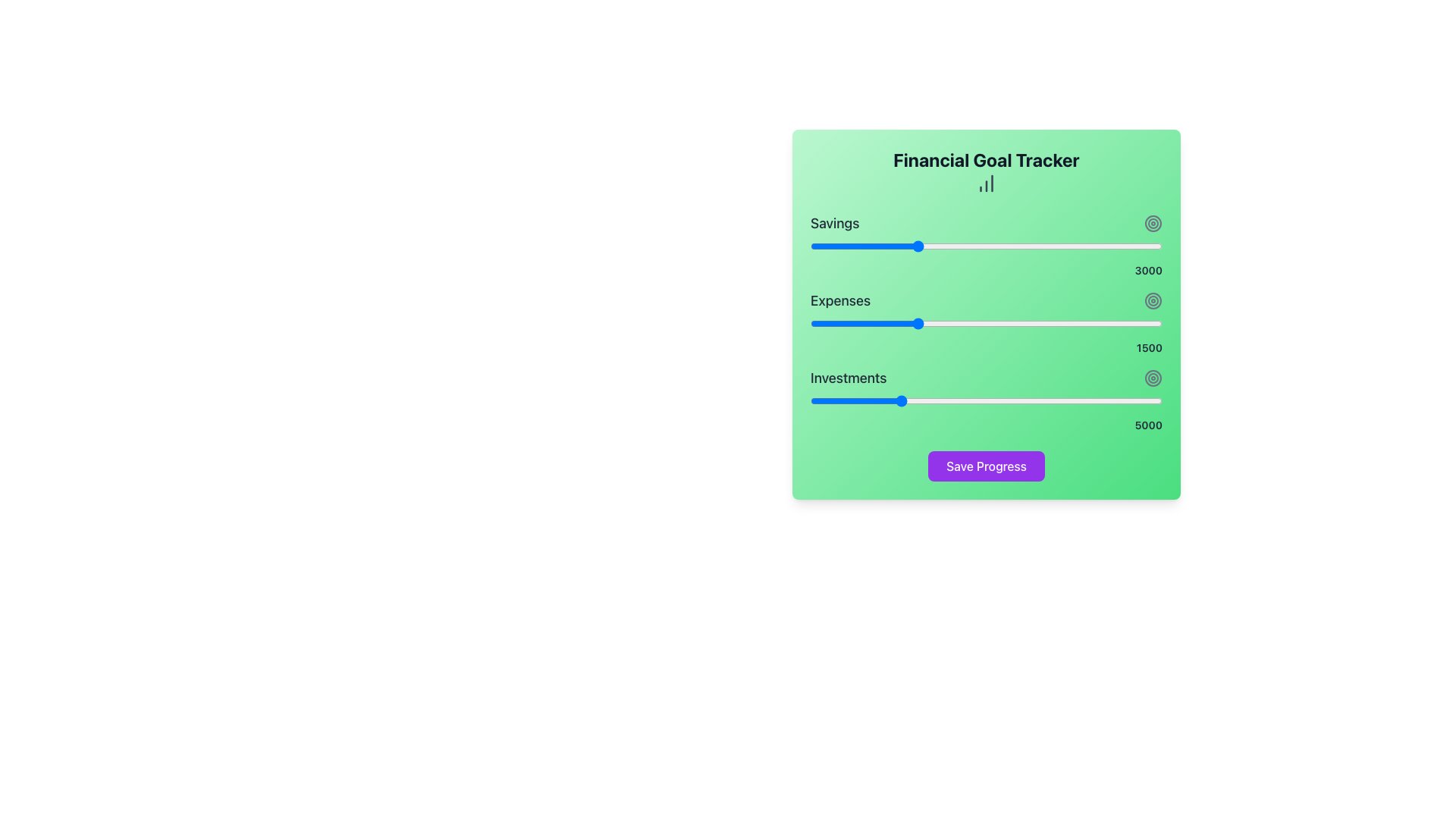  Describe the element at coordinates (848, 245) in the screenshot. I see `the Savings slider` at that location.